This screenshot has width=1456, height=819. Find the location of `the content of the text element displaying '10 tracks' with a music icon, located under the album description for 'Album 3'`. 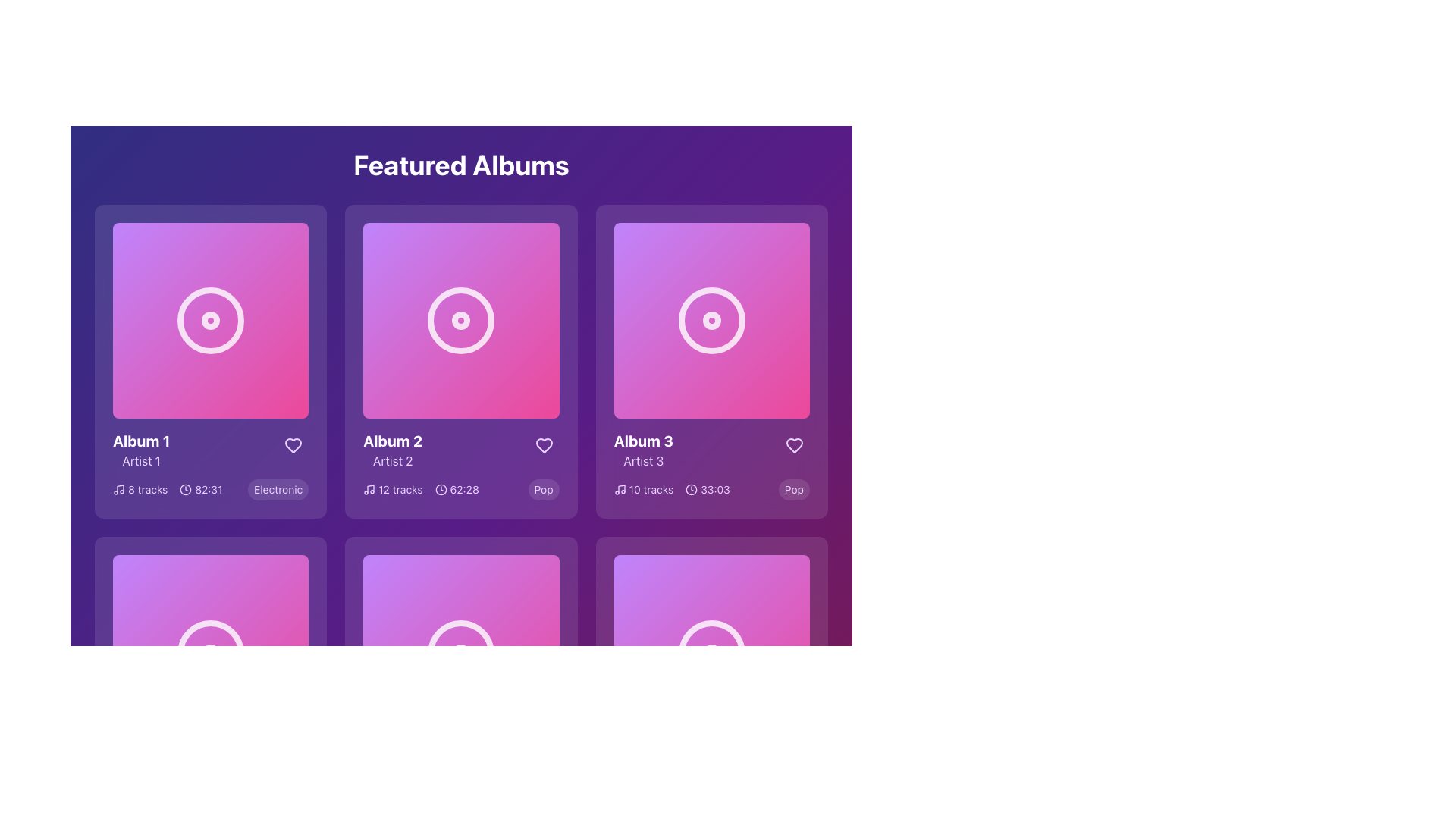

the content of the text element displaying '10 tracks' with a music icon, located under the album description for 'Album 3' is located at coordinates (671, 489).